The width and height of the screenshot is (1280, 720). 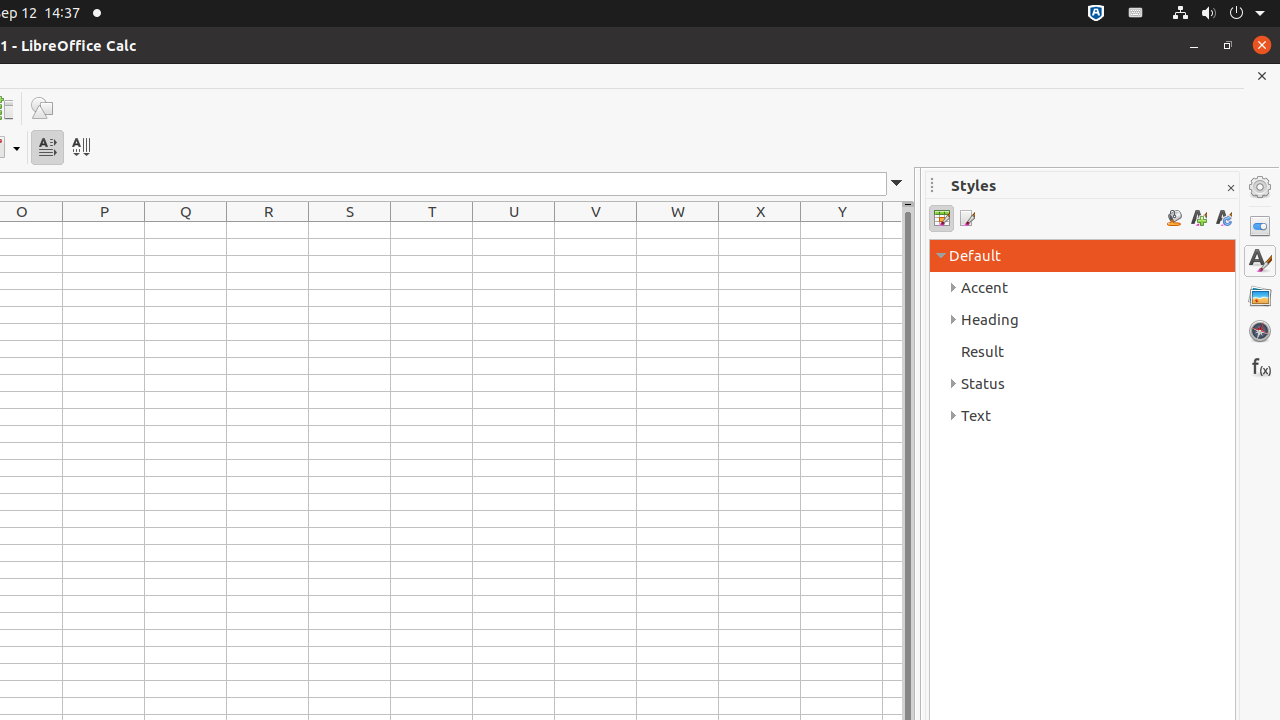 What do you see at coordinates (678, 229) in the screenshot?
I see `'W1'` at bounding box center [678, 229].